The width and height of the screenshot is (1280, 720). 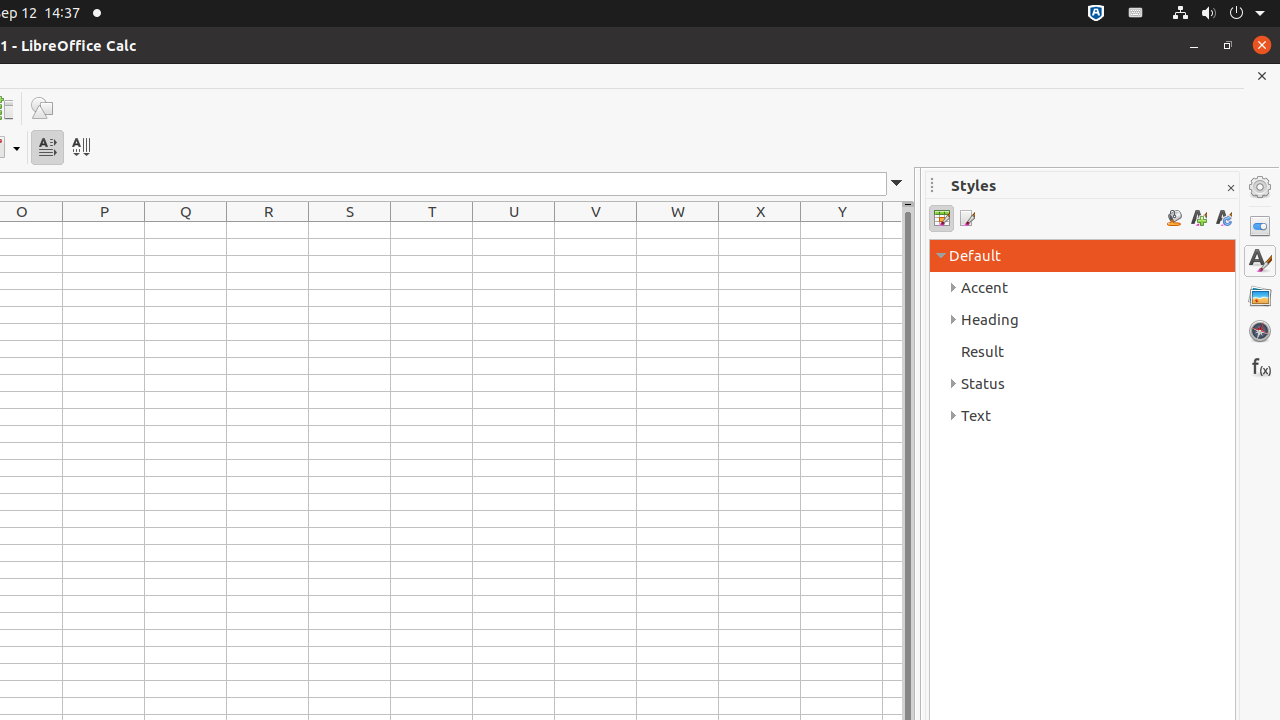 What do you see at coordinates (678, 229) in the screenshot?
I see `'W1'` at bounding box center [678, 229].